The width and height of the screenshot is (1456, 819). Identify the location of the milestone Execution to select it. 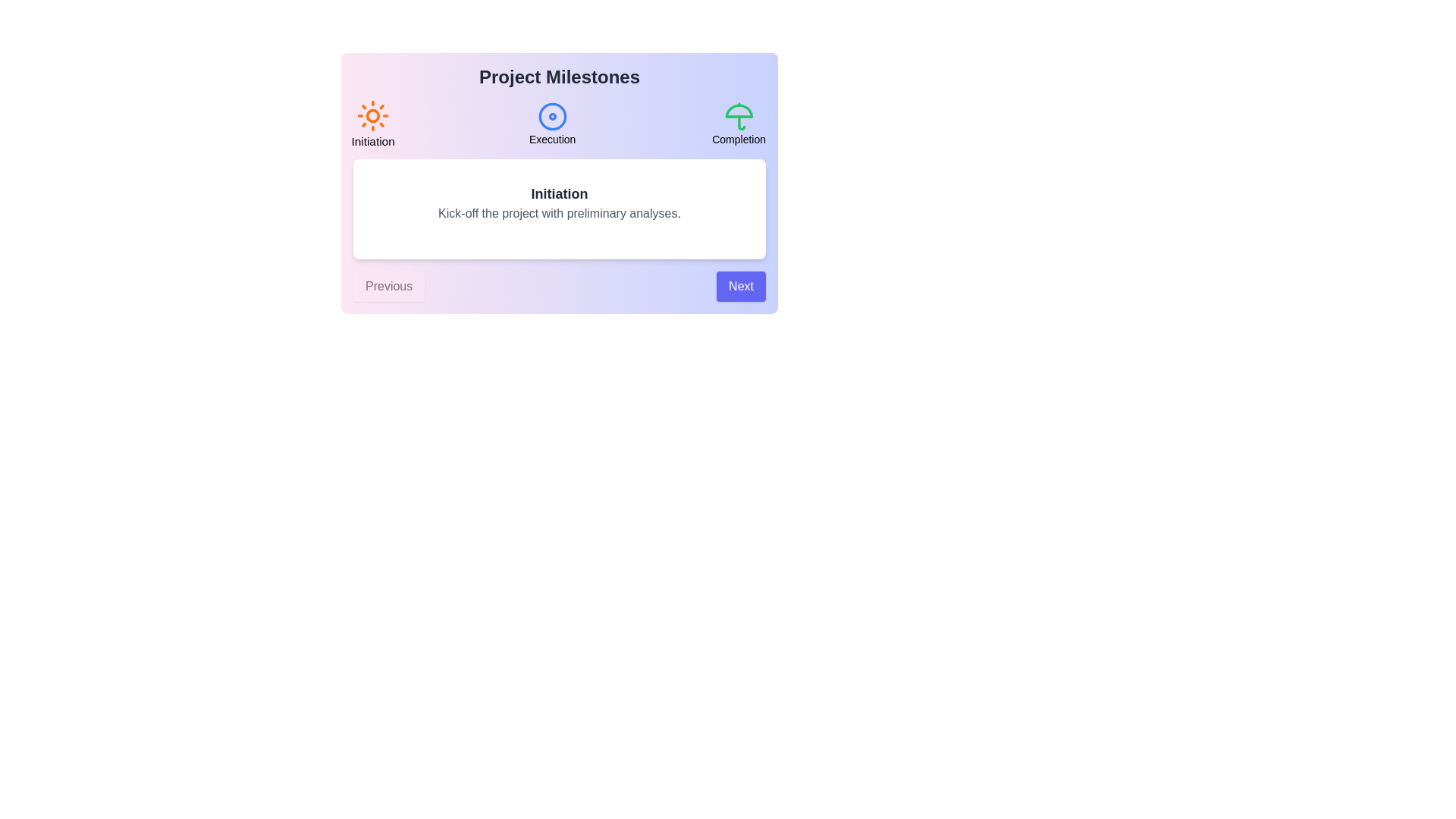
(552, 124).